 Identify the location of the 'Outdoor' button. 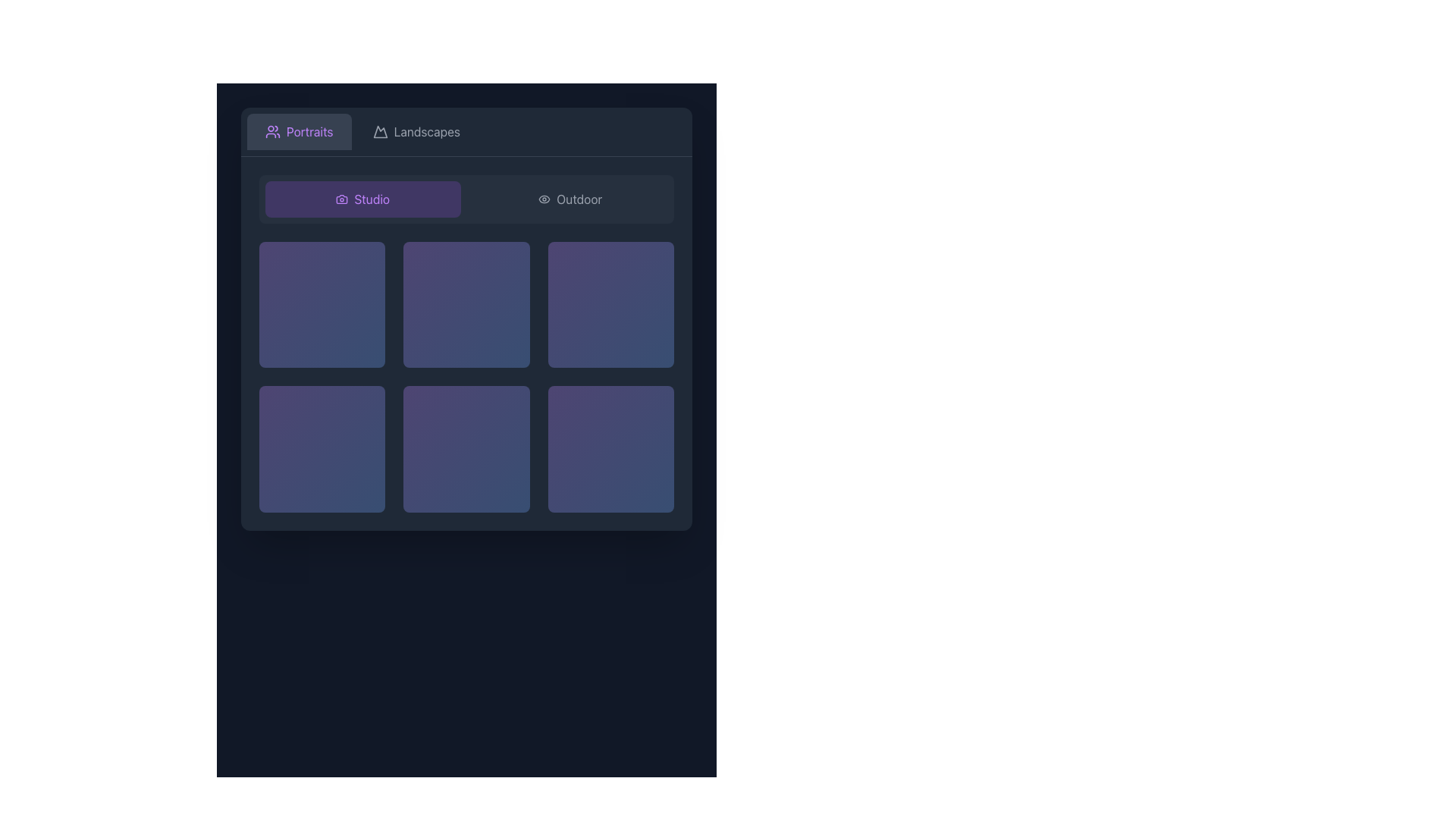
(570, 198).